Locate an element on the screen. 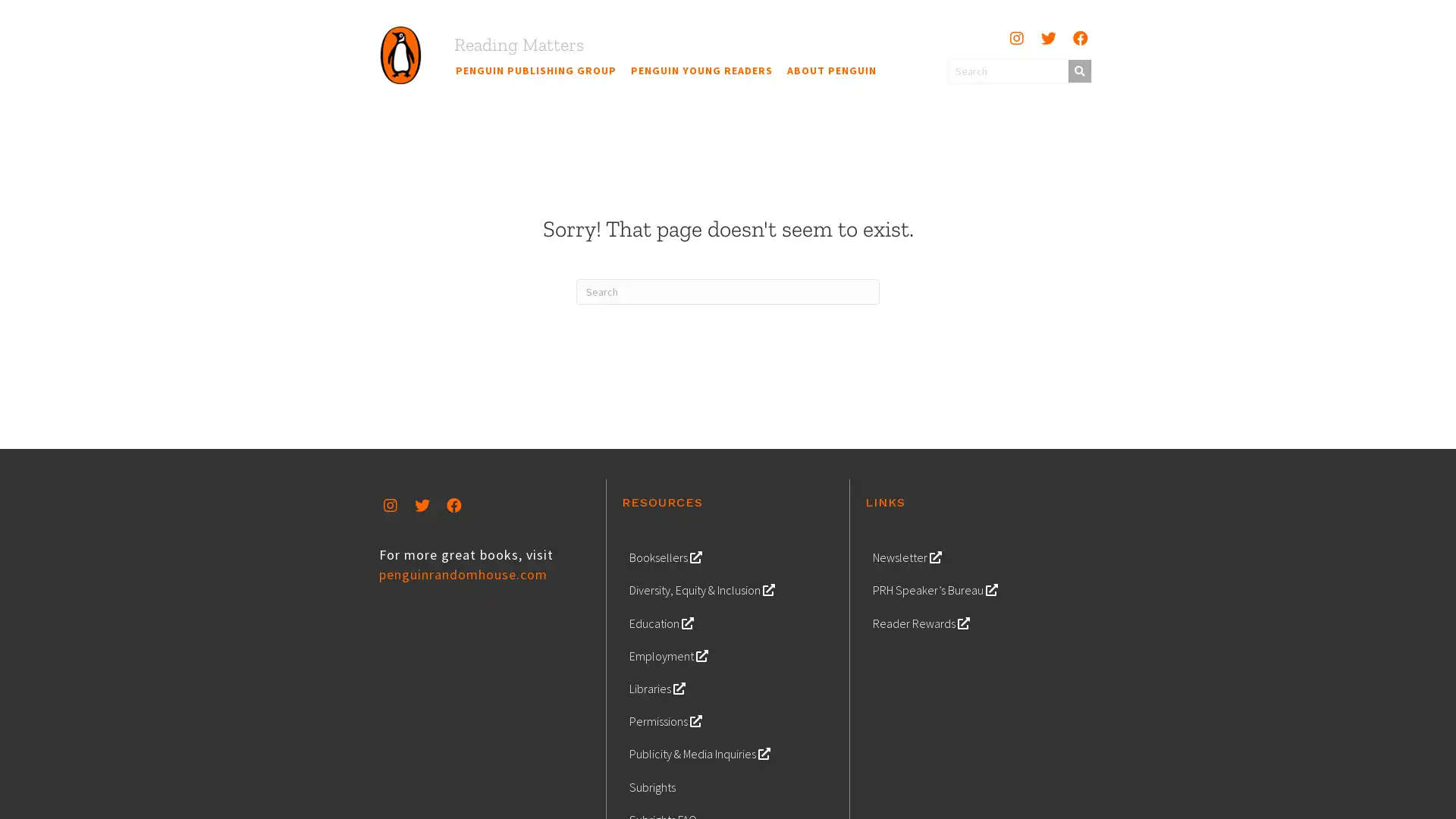  Instagram is located at coordinates (1015, 37).